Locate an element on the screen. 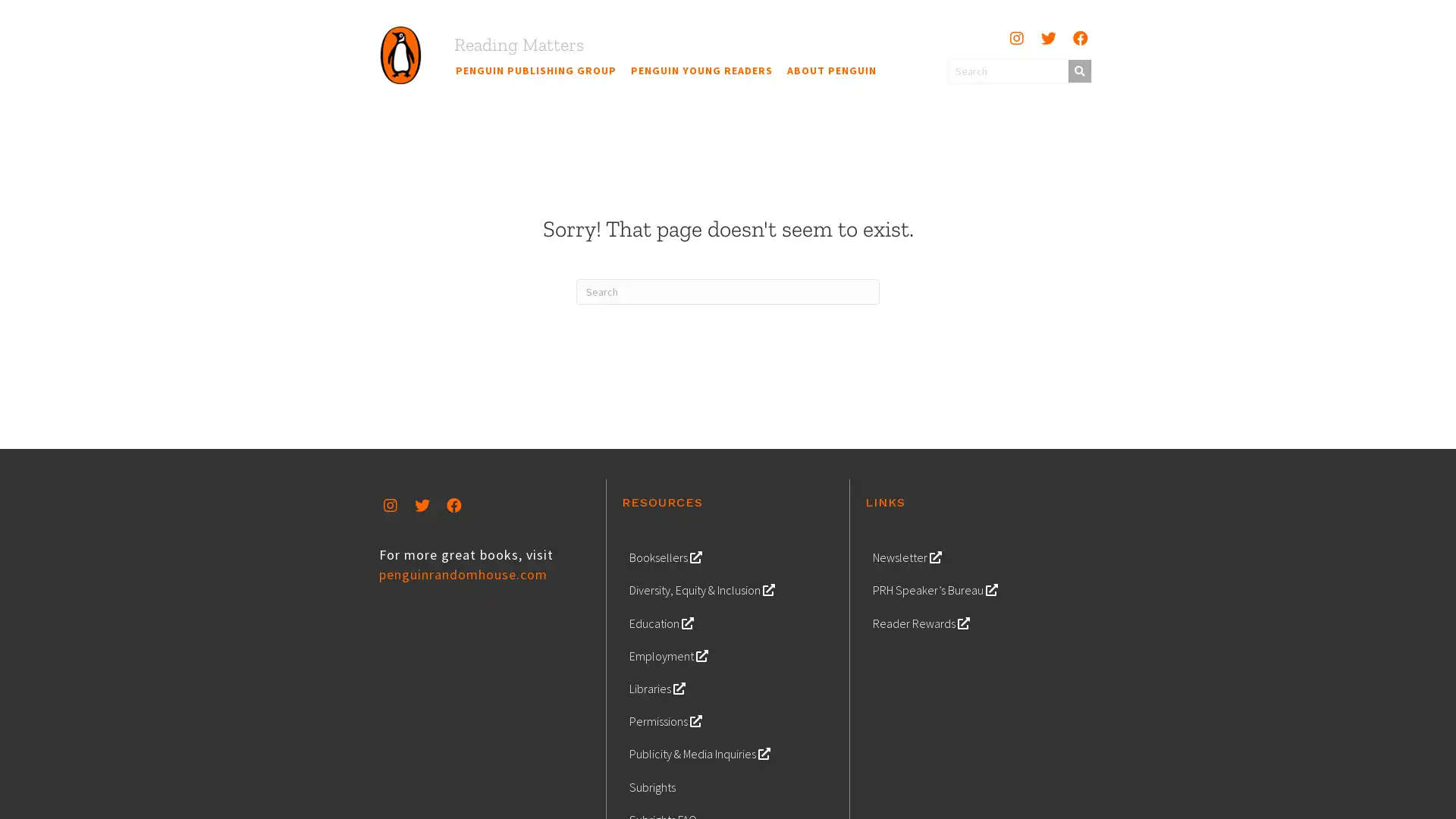  Instagram is located at coordinates (1015, 37).